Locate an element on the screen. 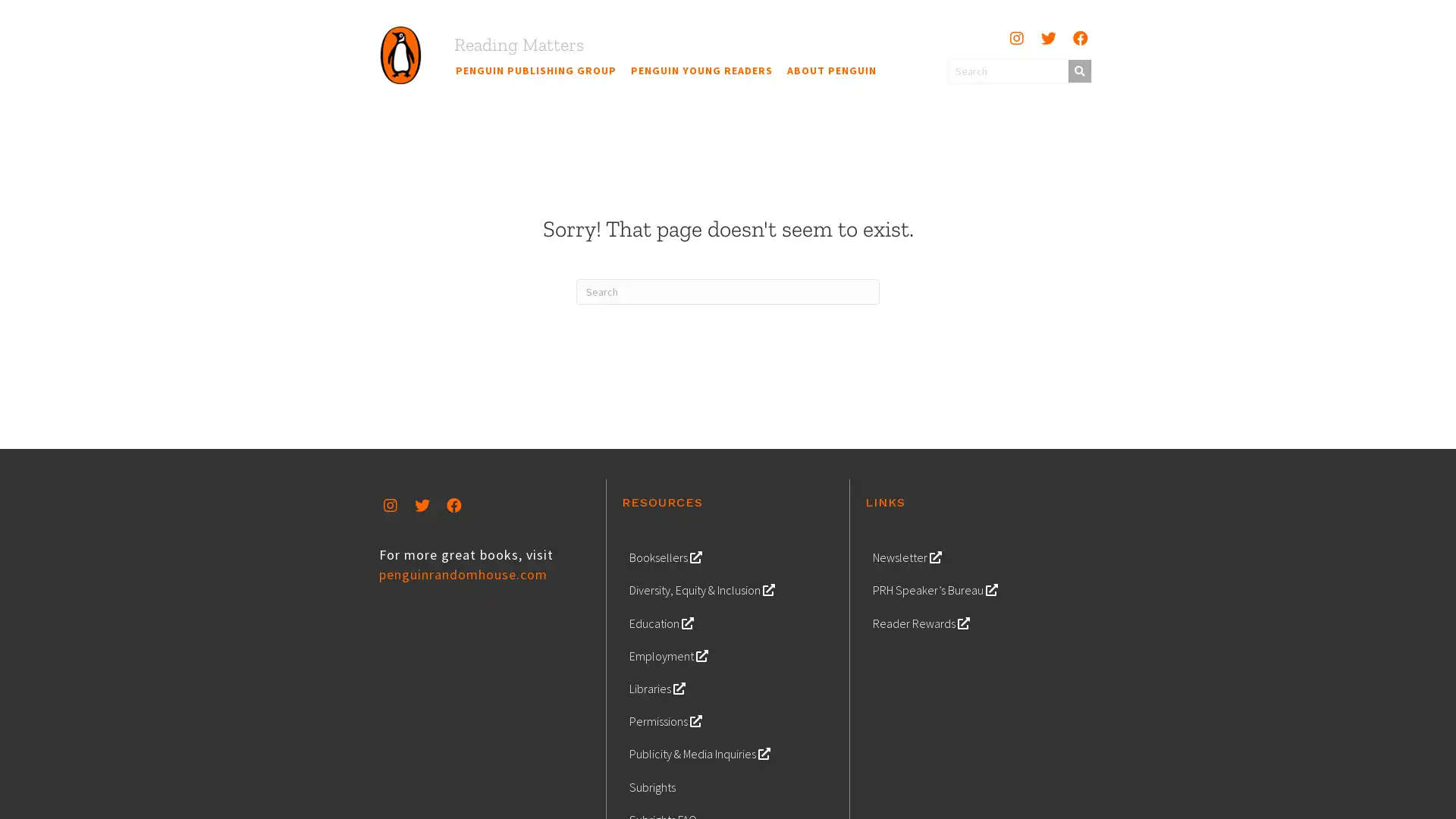  Instagram is located at coordinates (1015, 37).